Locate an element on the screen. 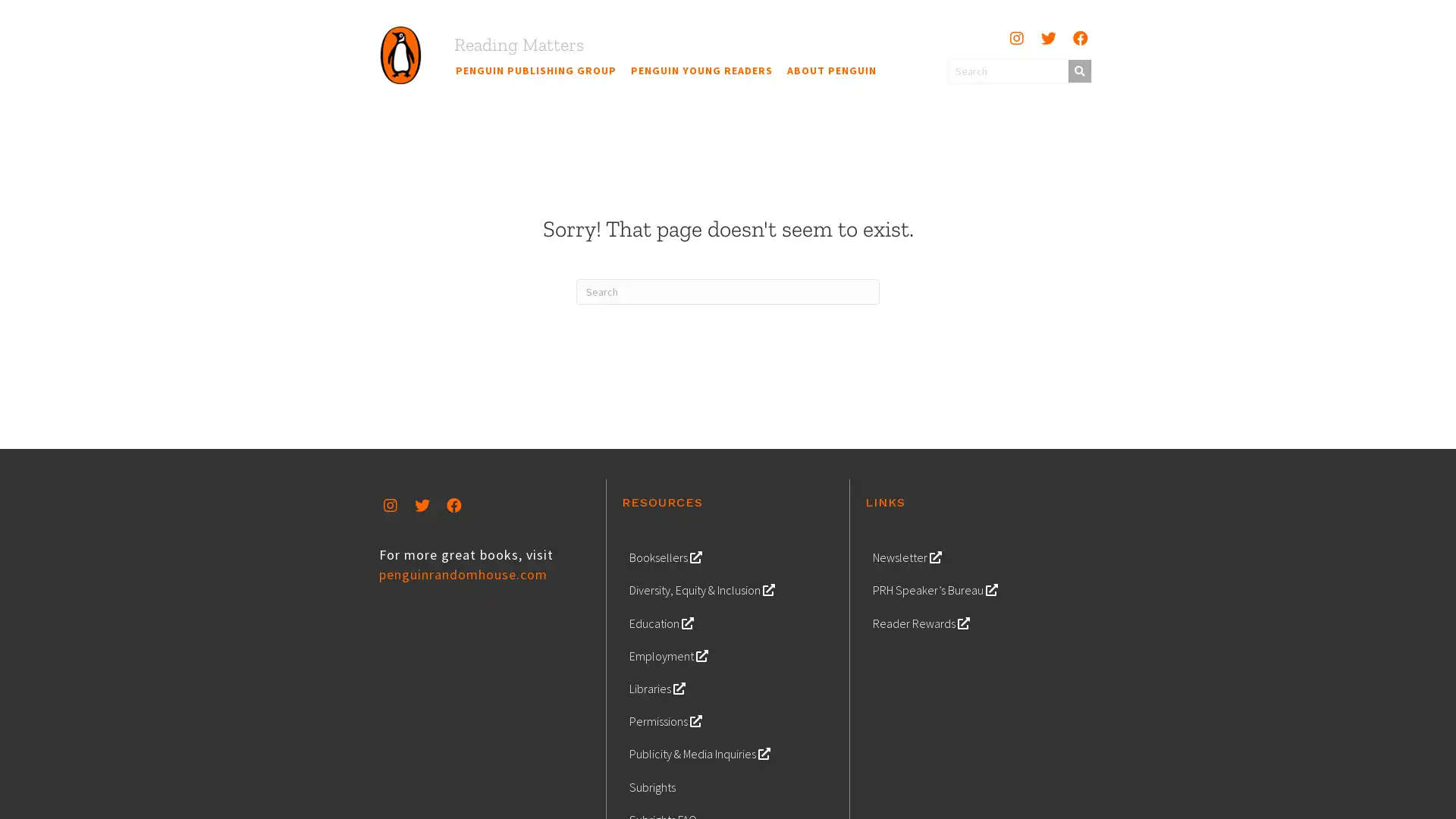  Instagram is located at coordinates (1015, 37).